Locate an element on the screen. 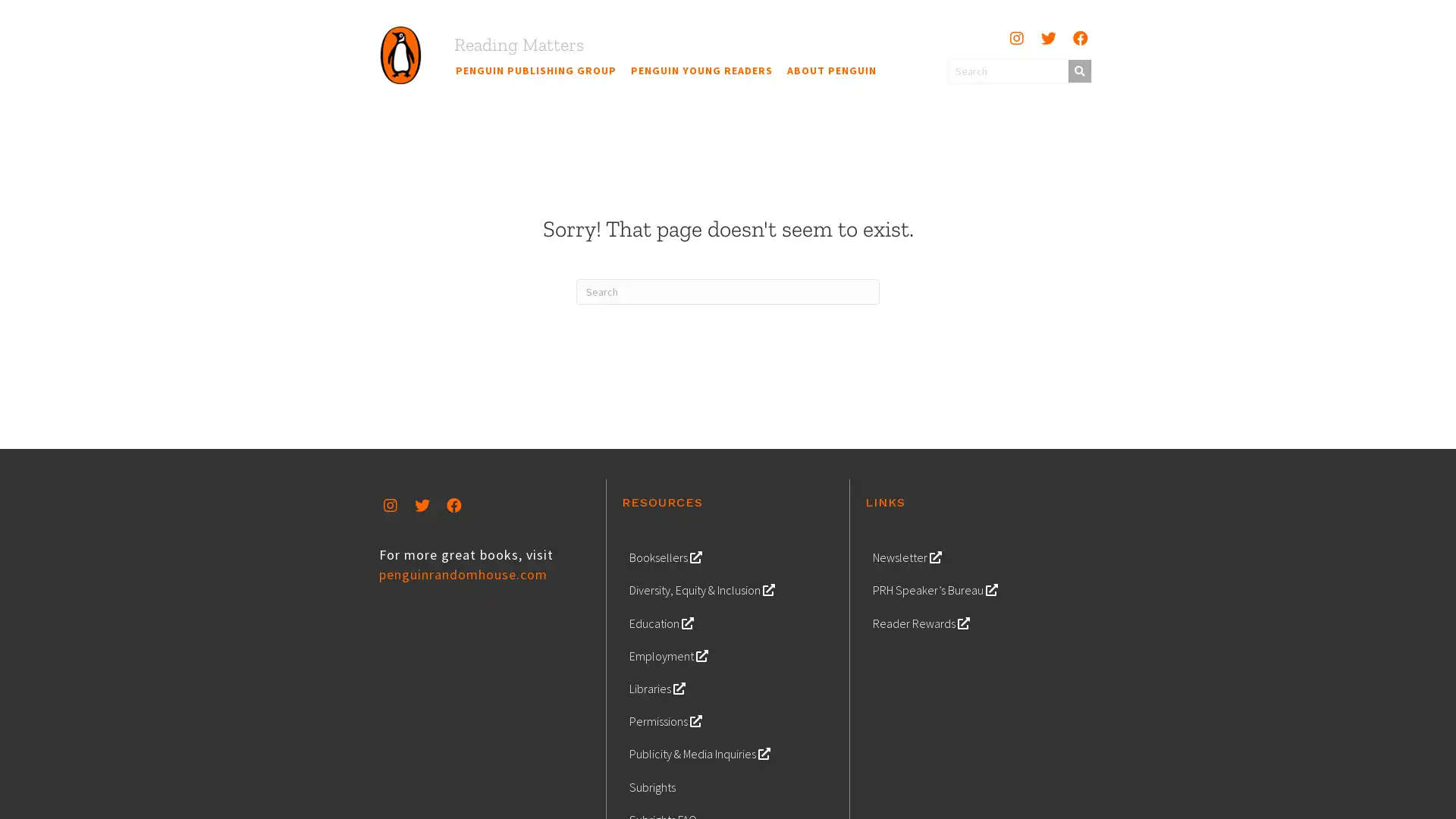  Instagram is located at coordinates (1015, 37).